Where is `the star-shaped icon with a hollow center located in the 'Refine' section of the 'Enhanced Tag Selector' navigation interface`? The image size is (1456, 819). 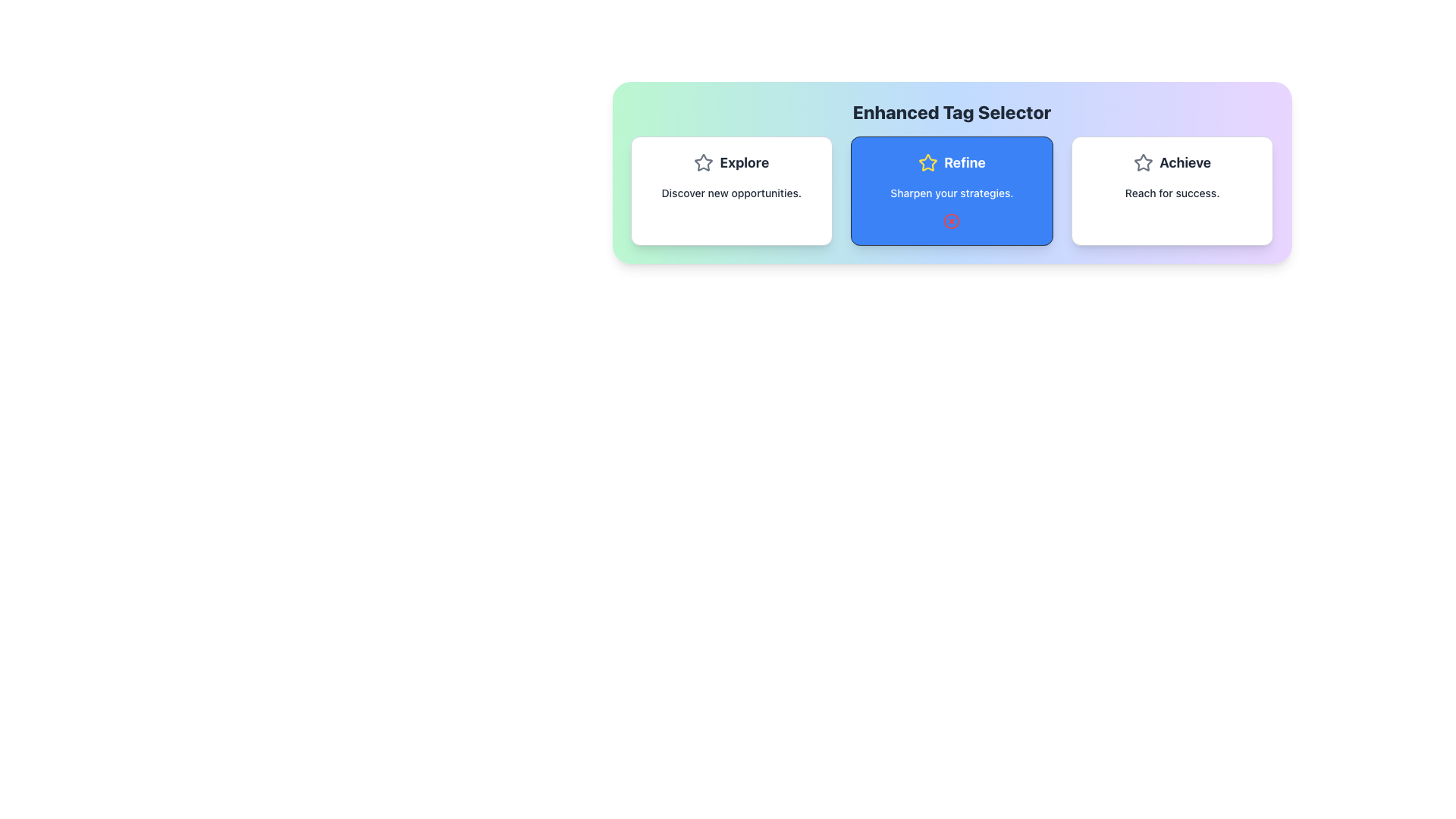
the star-shaped icon with a hollow center located in the 'Refine' section of the 'Enhanced Tag Selector' navigation interface is located at coordinates (1144, 162).